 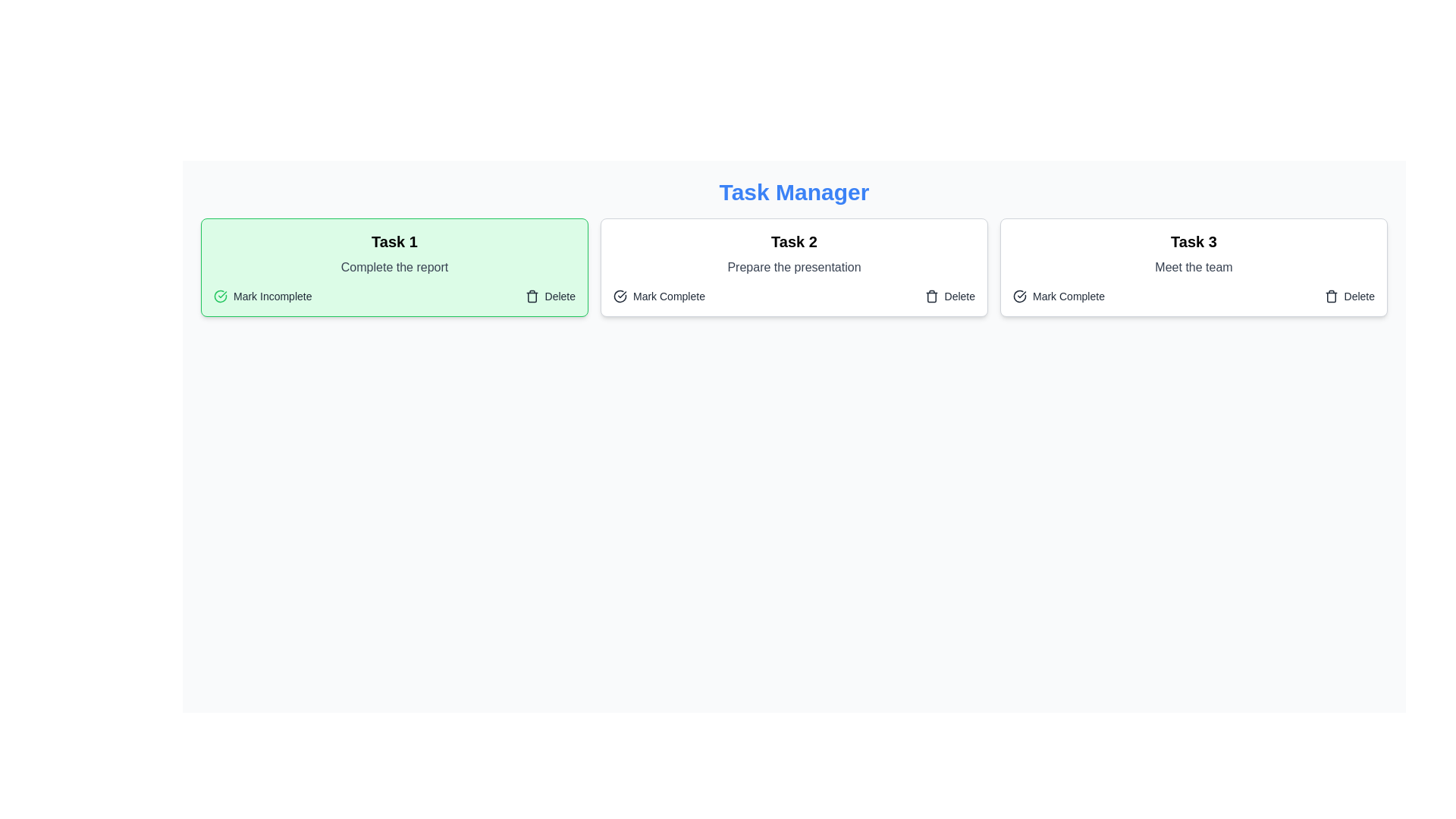 What do you see at coordinates (394, 241) in the screenshot?
I see `the text label that serves as the title or identifier for the task card, which is aligned at the top-center of the green task card` at bounding box center [394, 241].